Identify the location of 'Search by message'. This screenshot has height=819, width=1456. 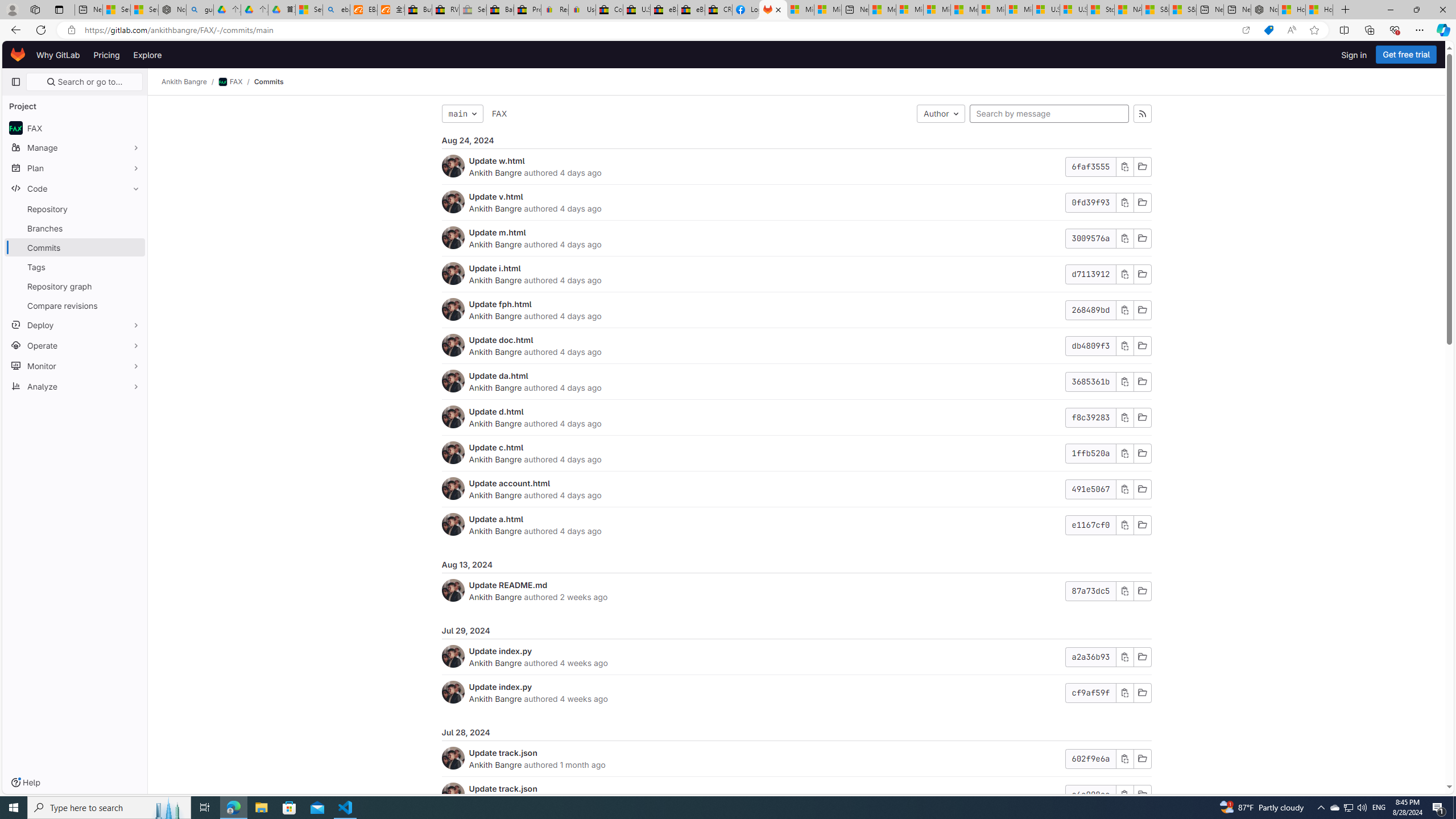
(1048, 113).